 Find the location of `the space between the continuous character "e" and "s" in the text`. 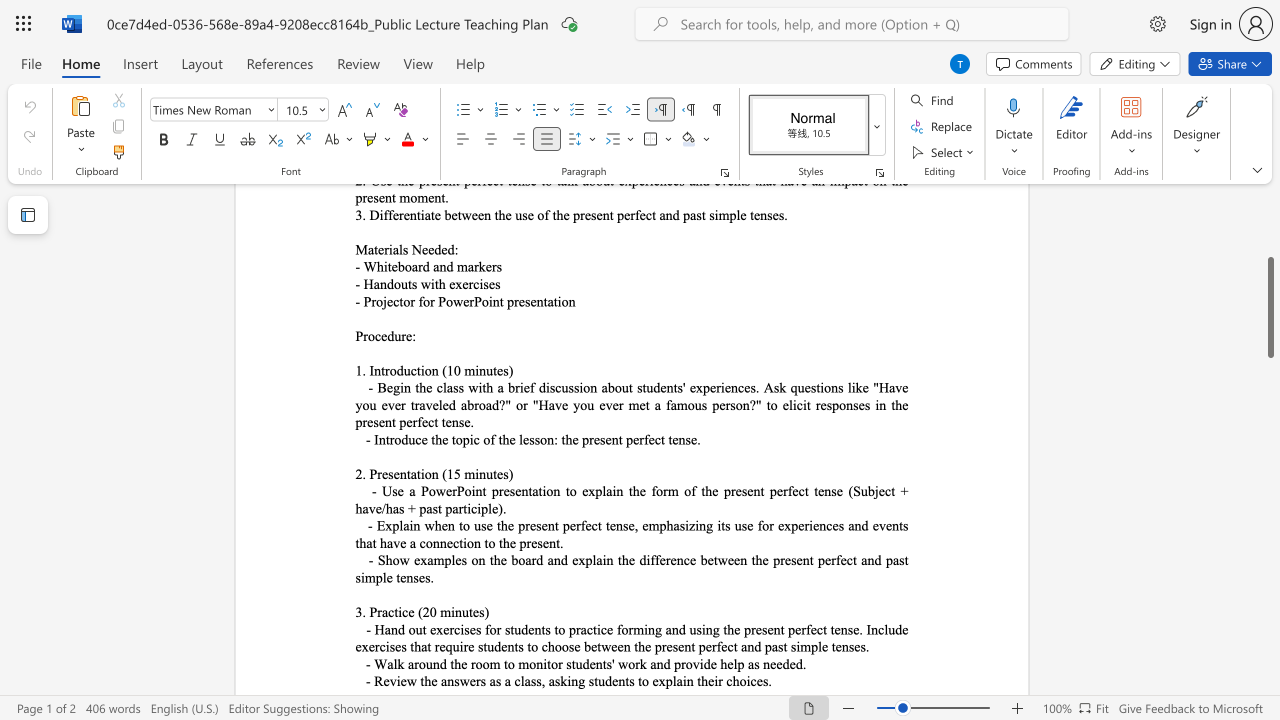

the space between the continuous character "e" and "s" in the text is located at coordinates (761, 680).